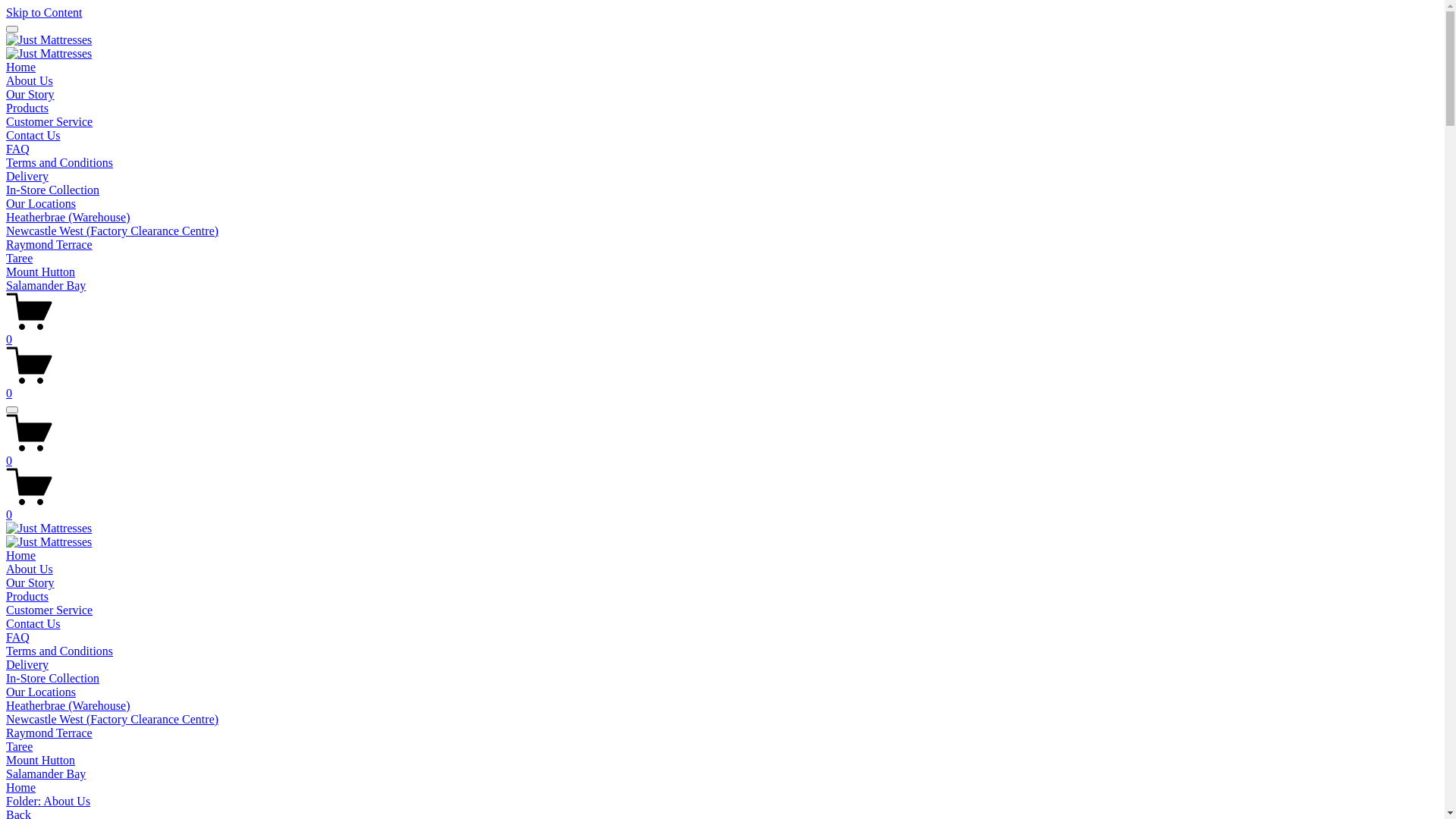  Describe the element at coordinates (27, 175) in the screenshot. I see `'Delivery'` at that location.